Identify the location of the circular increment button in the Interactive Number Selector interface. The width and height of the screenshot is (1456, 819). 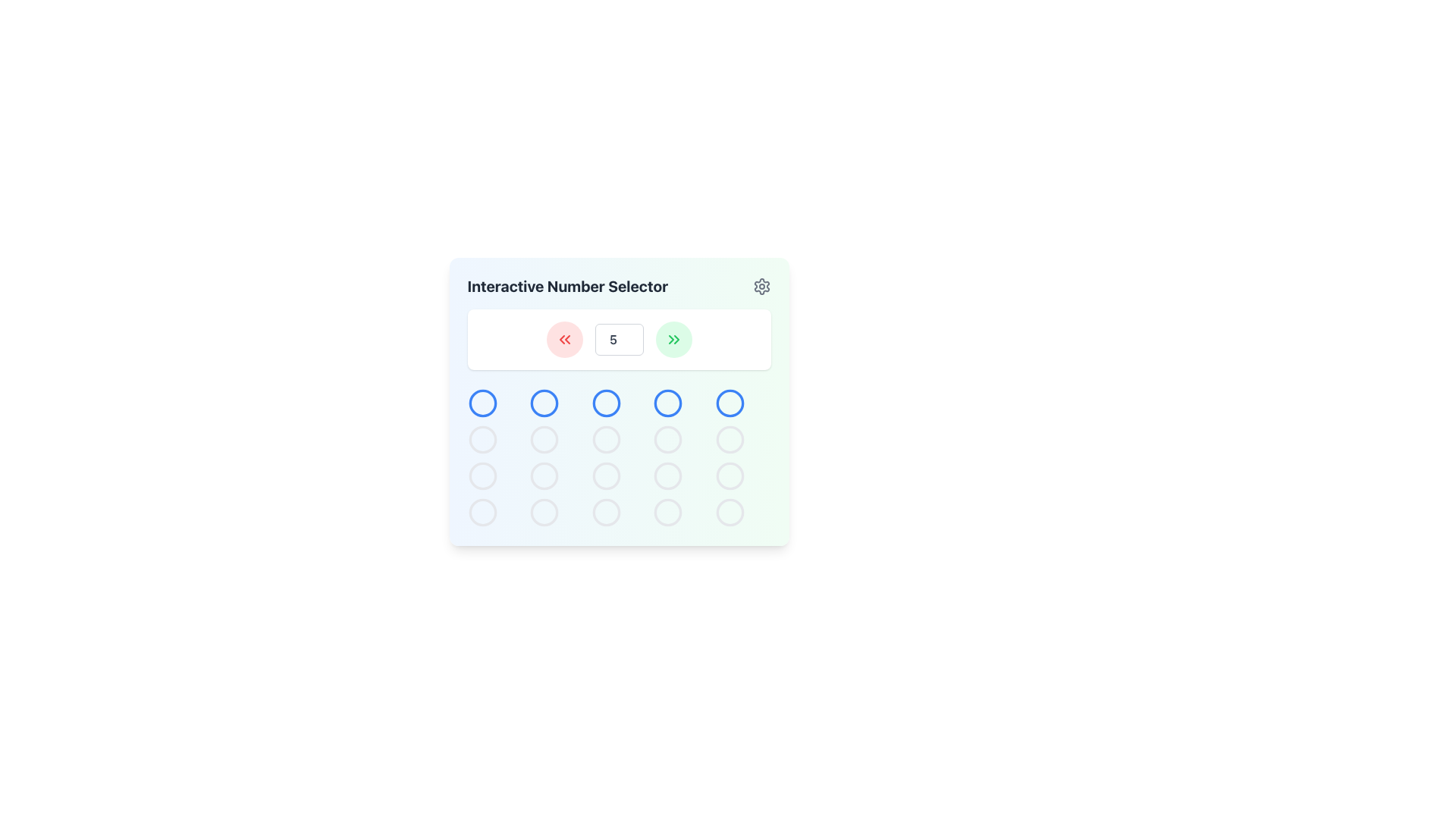
(673, 338).